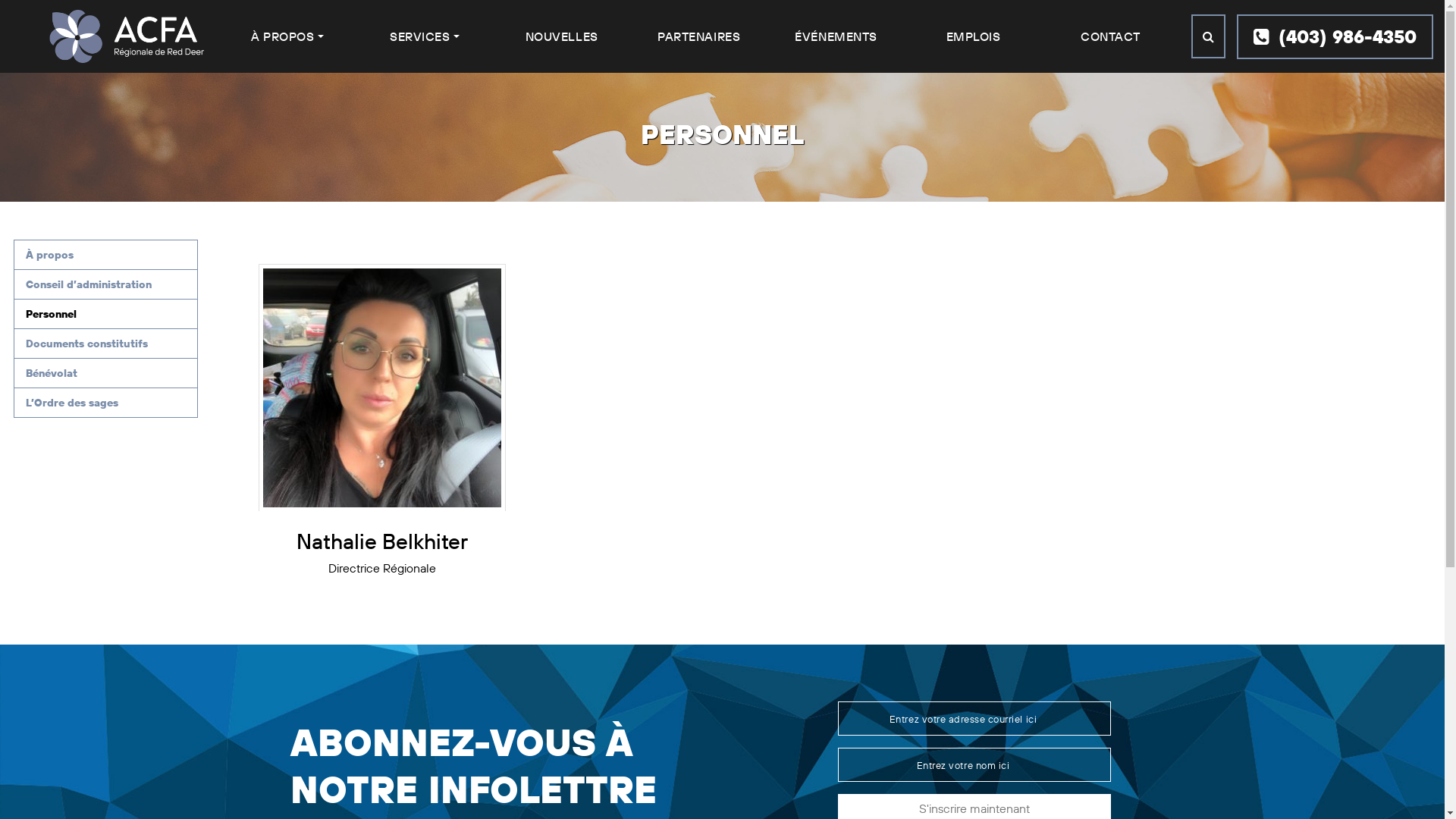 This screenshot has width=1456, height=819. What do you see at coordinates (973, 35) in the screenshot?
I see `'EMPLOIS'` at bounding box center [973, 35].